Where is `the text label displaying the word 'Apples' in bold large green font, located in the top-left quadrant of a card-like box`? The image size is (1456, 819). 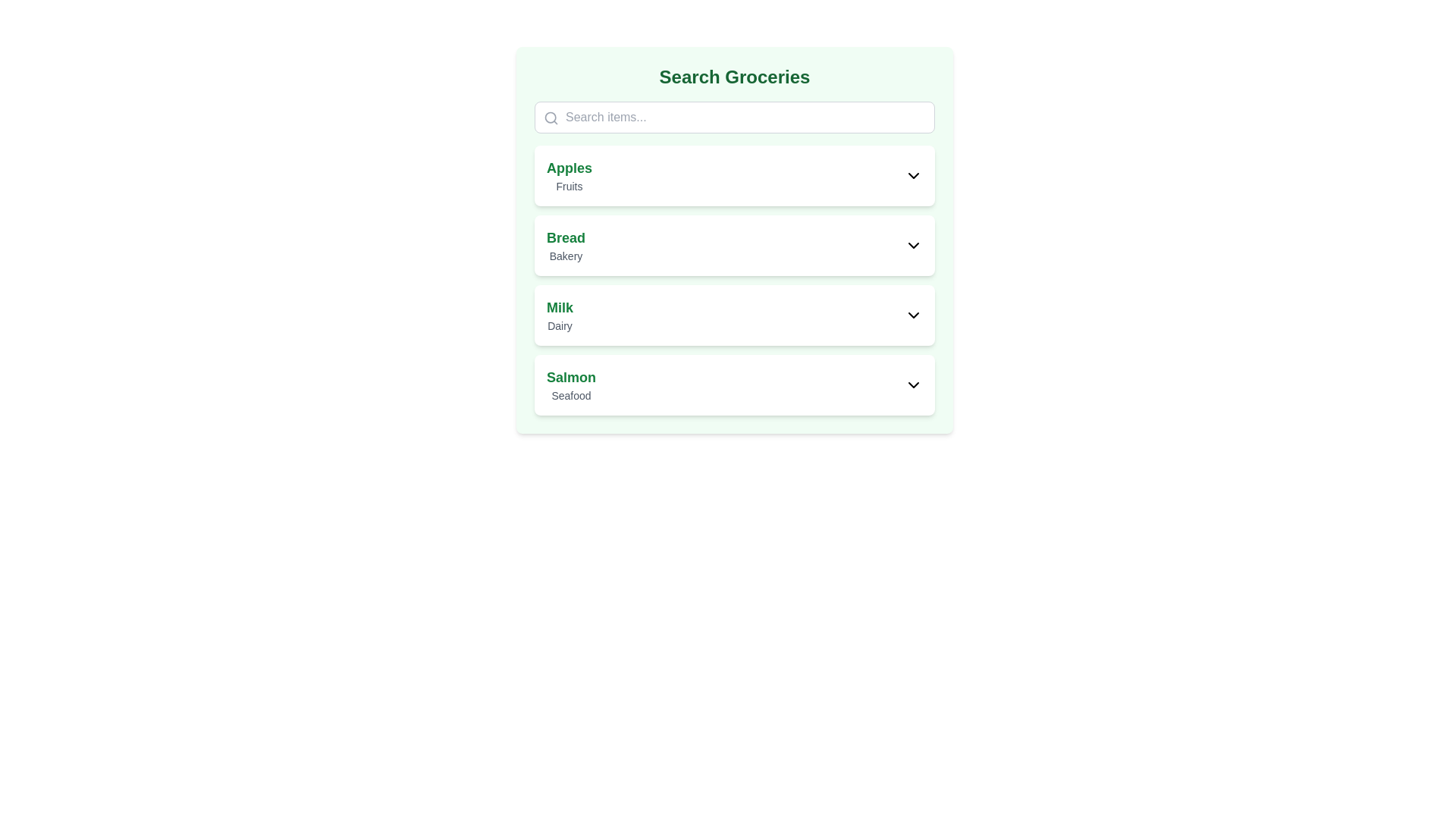 the text label displaying the word 'Apples' in bold large green font, located in the top-left quadrant of a card-like box is located at coordinates (569, 168).